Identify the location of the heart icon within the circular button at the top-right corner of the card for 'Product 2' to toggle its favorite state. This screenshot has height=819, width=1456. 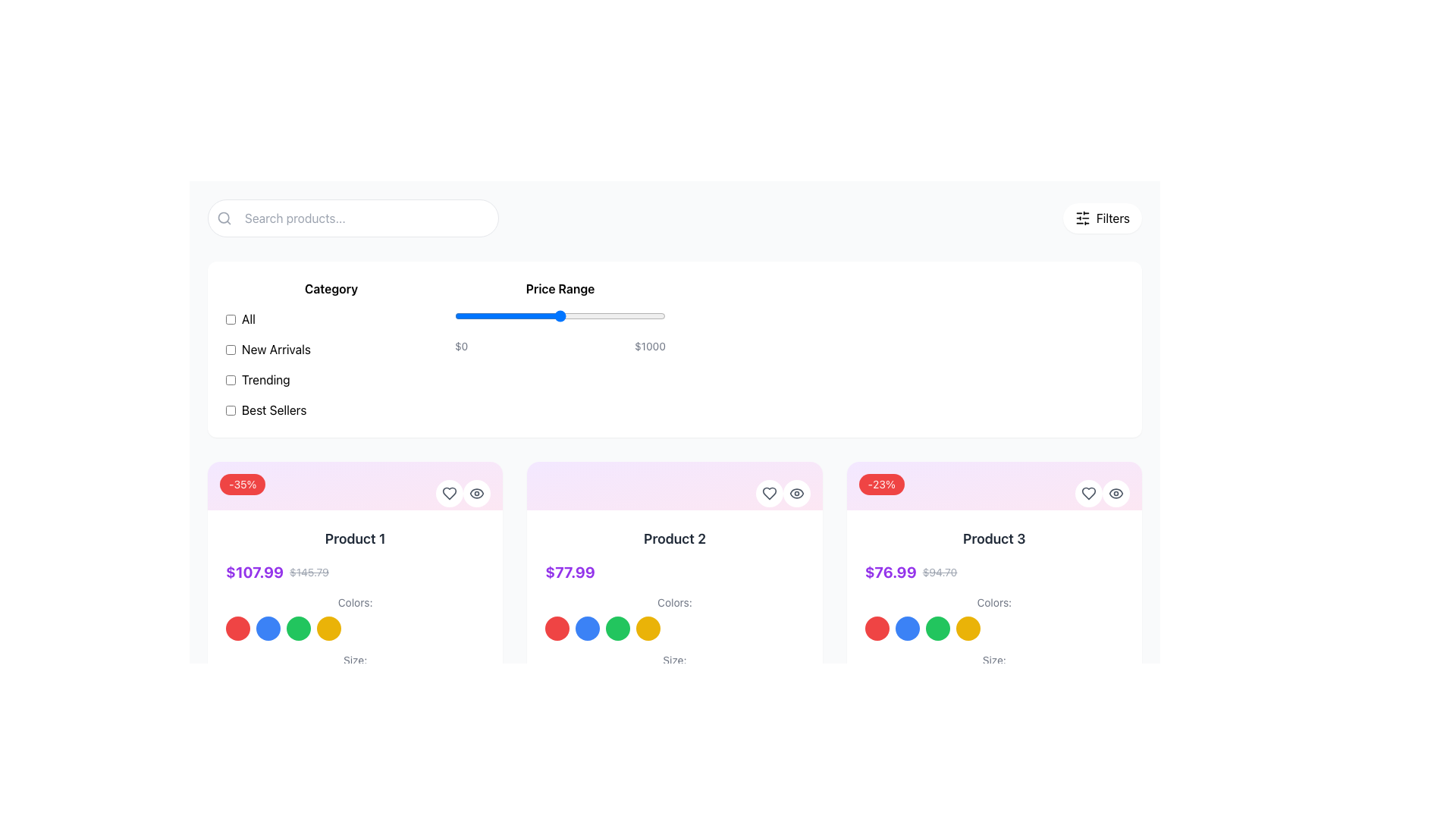
(769, 494).